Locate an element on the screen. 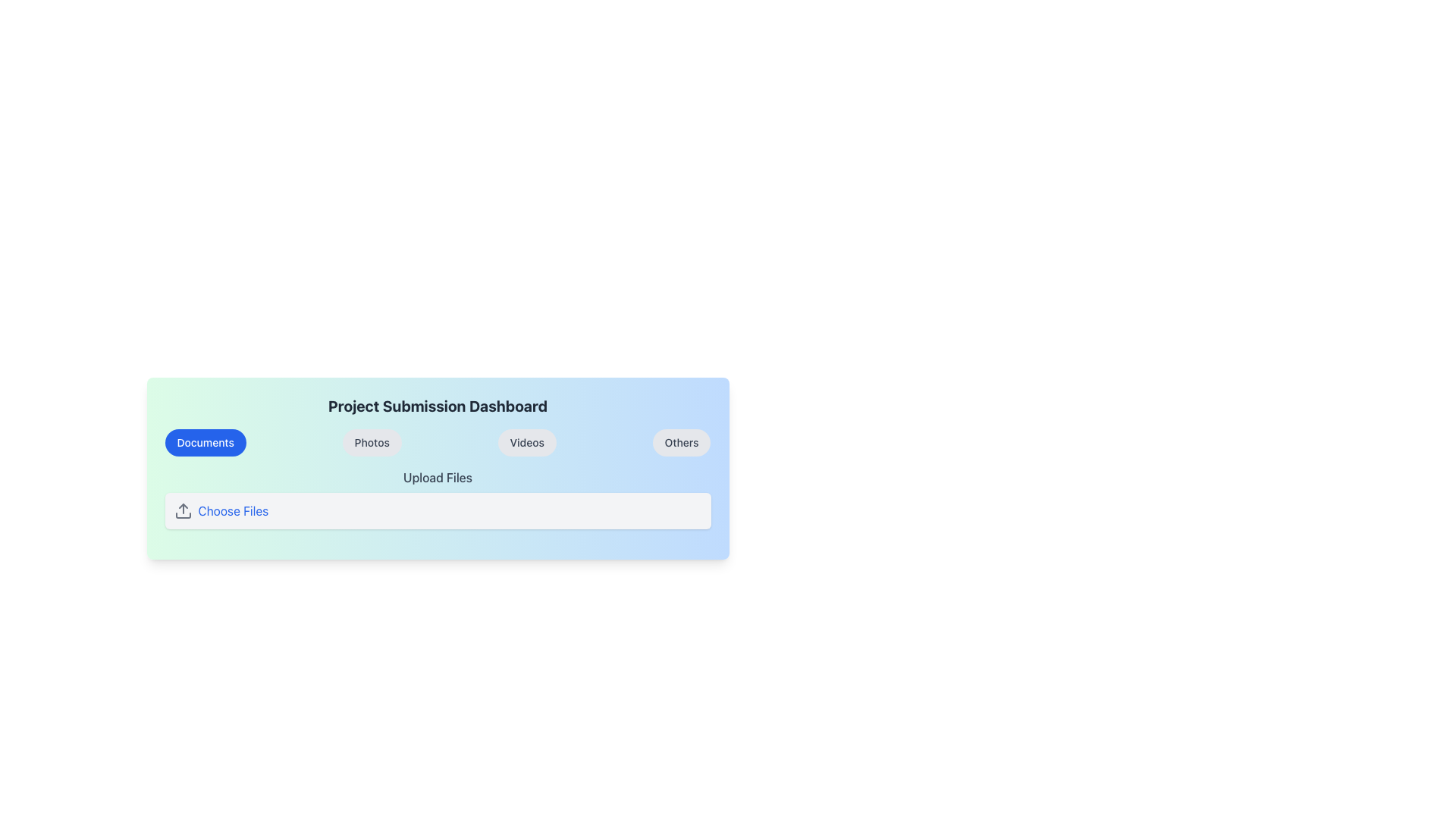  the file selection button styled as a text link, located within a rounded box with a light-gray background, to observe the pointer cursor change is located at coordinates (232, 511).